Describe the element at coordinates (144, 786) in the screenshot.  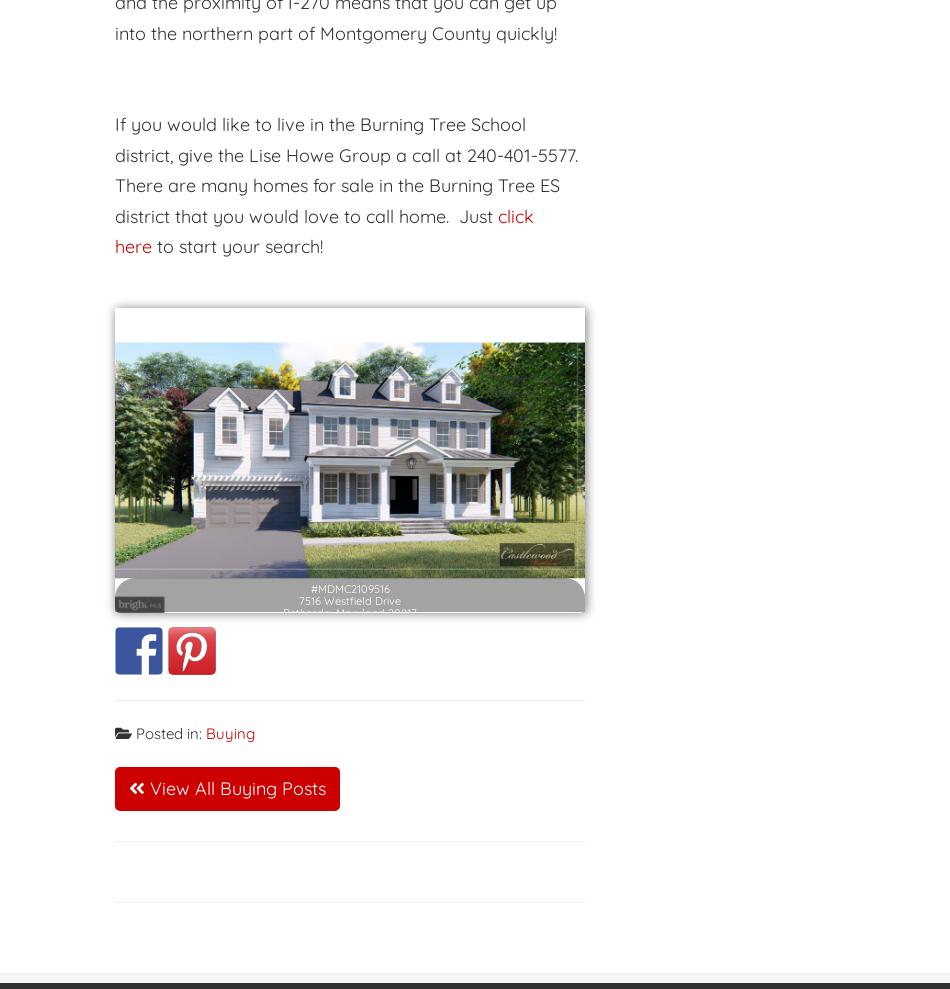
I see `'View All Buying Posts'` at that location.